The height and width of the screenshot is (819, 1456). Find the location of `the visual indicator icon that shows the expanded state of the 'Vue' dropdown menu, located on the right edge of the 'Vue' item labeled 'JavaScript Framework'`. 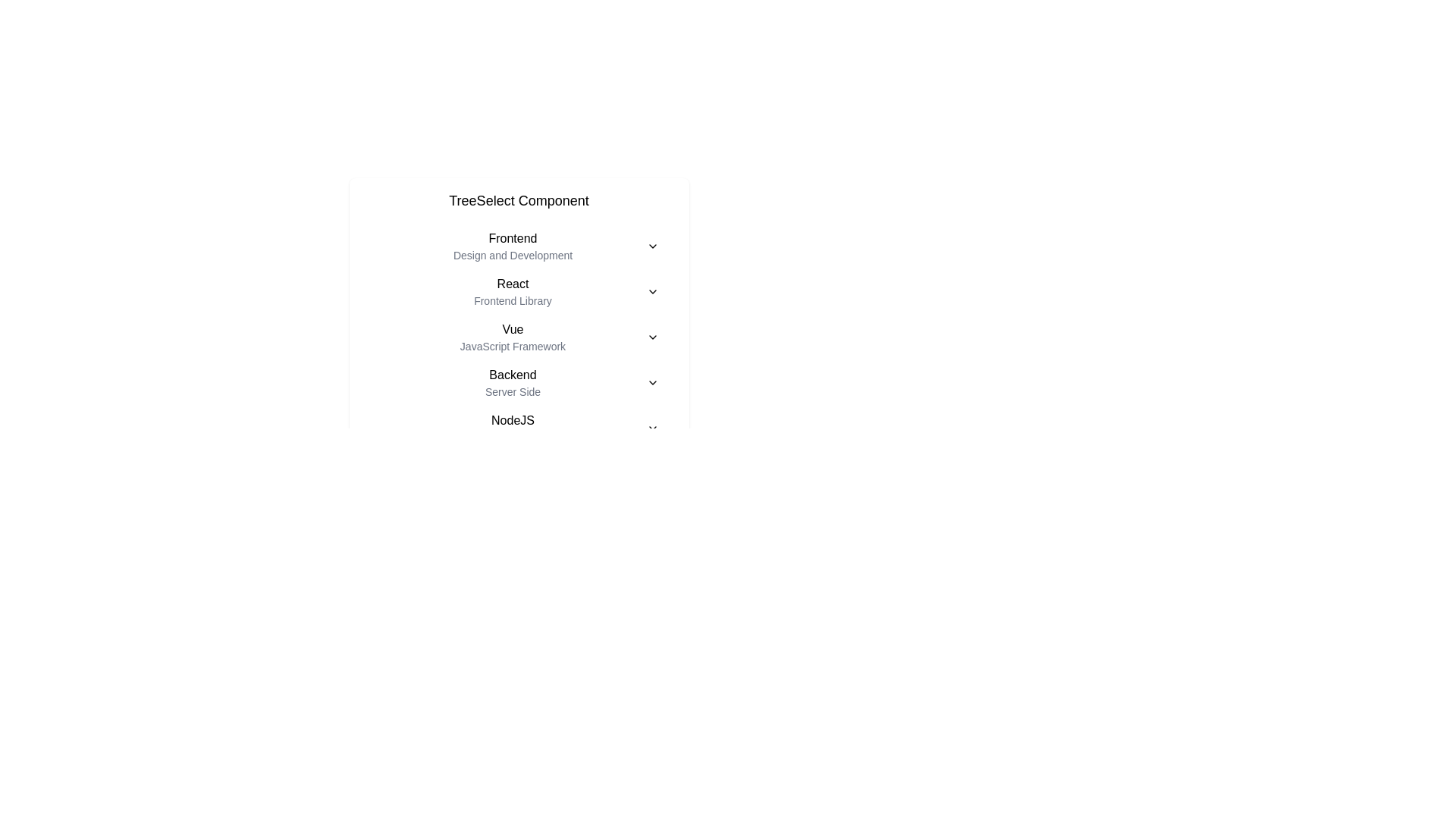

the visual indicator icon that shows the expanded state of the 'Vue' dropdown menu, located on the right edge of the 'Vue' item labeled 'JavaScript Framework' is located at coordinates (652, 336).